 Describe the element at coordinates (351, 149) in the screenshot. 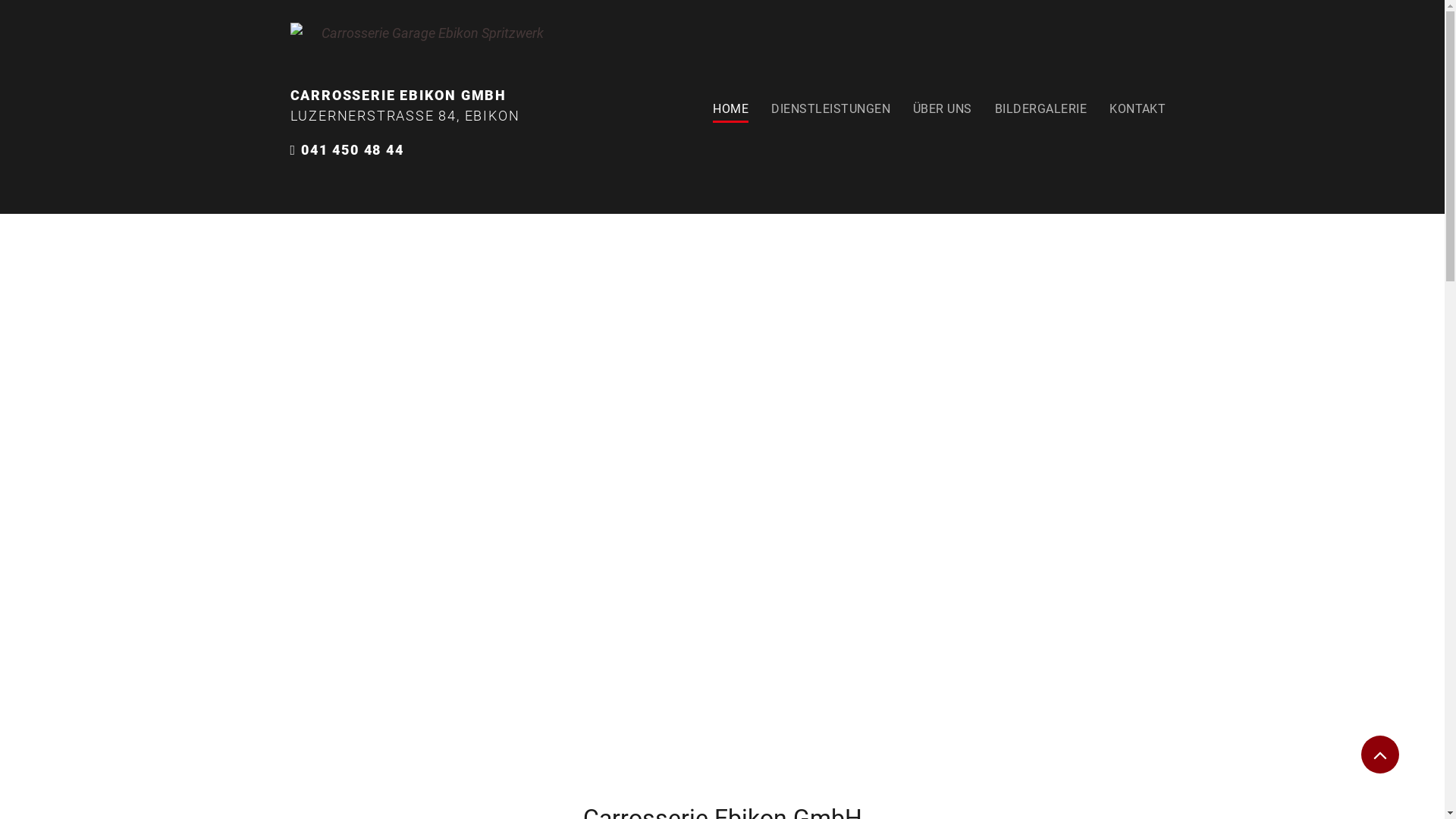

I see `'041 450 48 44'` at that location.